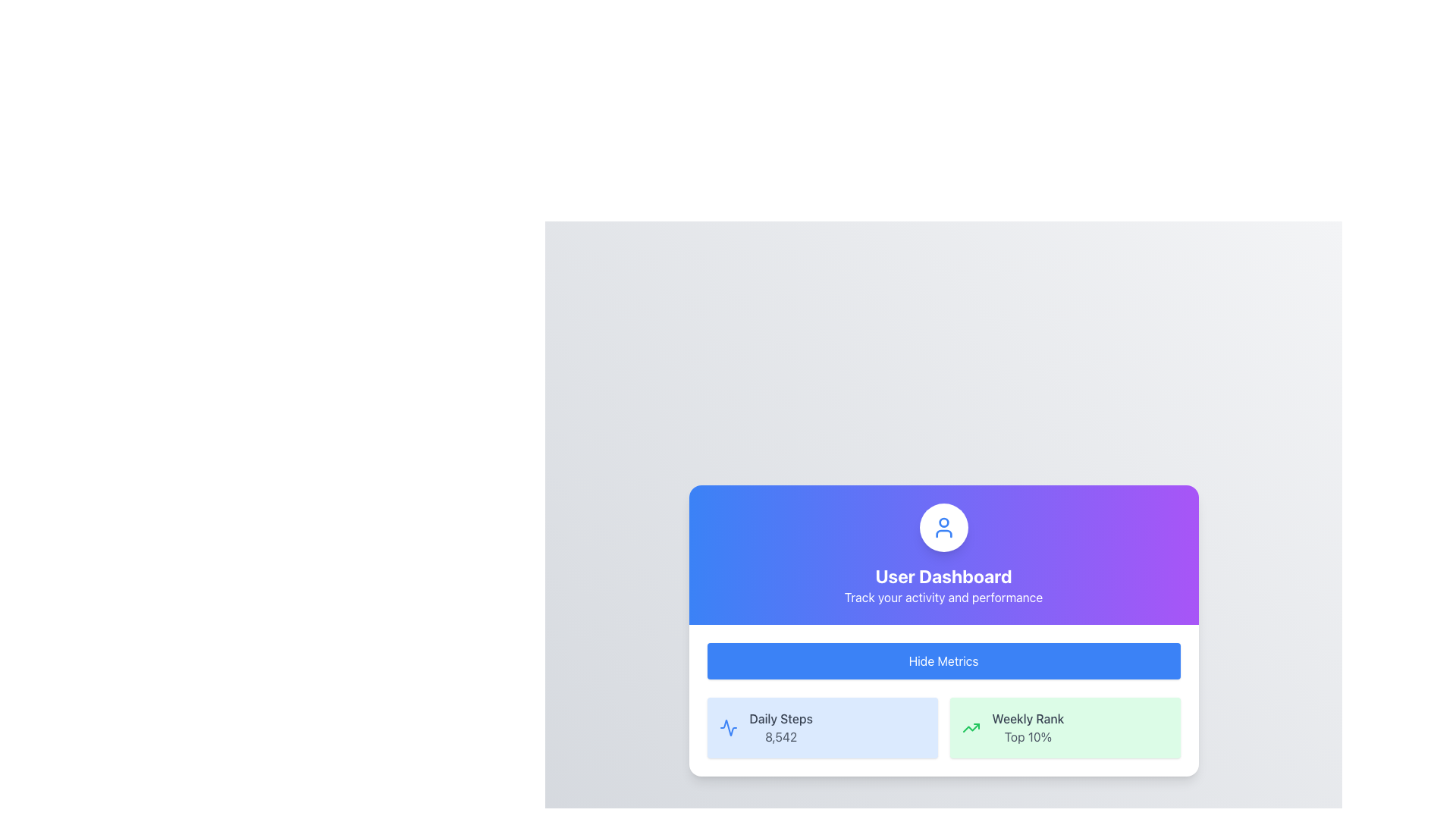 This screenshot has width=1456, height=819. What do you see at coordinates (971, 727) in the screenshot?
I see `the upward trending green arrow icon located to the left of the 'Weekly Rank' text in the User Dashboard panel` at bounding box center [971, 727].